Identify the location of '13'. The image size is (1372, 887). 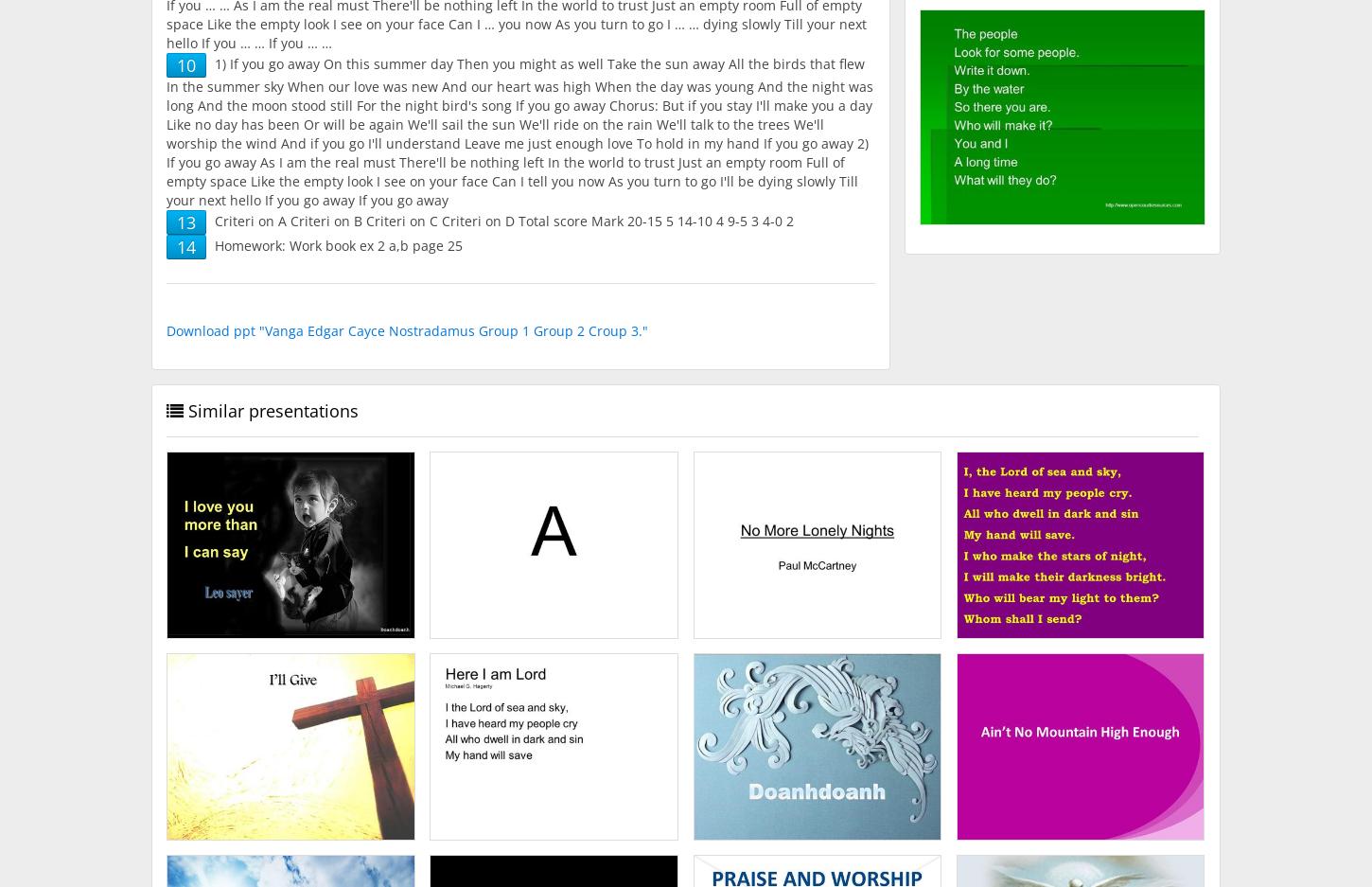
(185, 221).